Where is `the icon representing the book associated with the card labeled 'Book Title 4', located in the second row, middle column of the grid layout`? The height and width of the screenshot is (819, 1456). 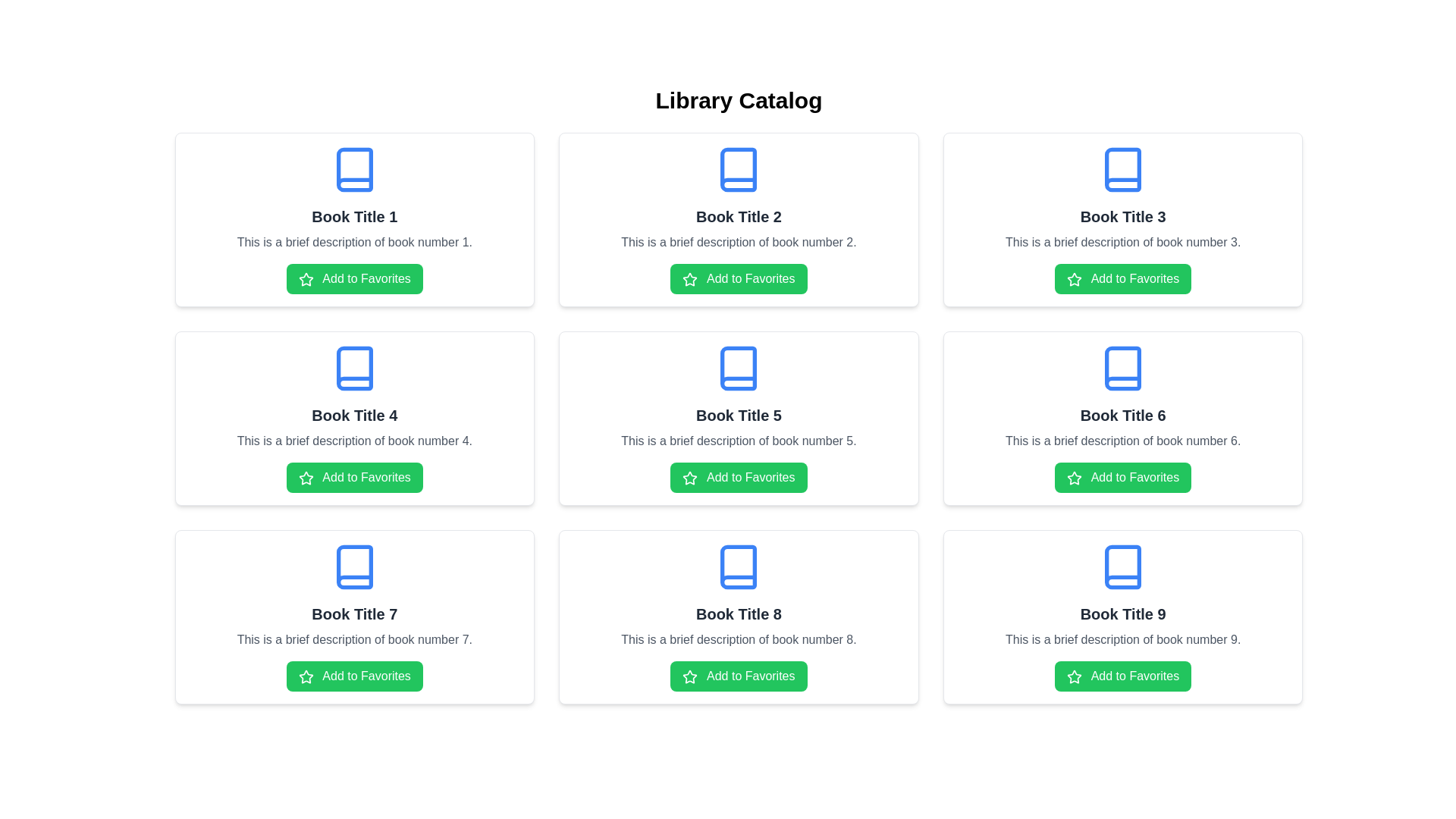
the icon representing the book associated with the card labeled 'Book Title 4', located in the second row, middle column of the grid layout is located at coordinates (353, 369).